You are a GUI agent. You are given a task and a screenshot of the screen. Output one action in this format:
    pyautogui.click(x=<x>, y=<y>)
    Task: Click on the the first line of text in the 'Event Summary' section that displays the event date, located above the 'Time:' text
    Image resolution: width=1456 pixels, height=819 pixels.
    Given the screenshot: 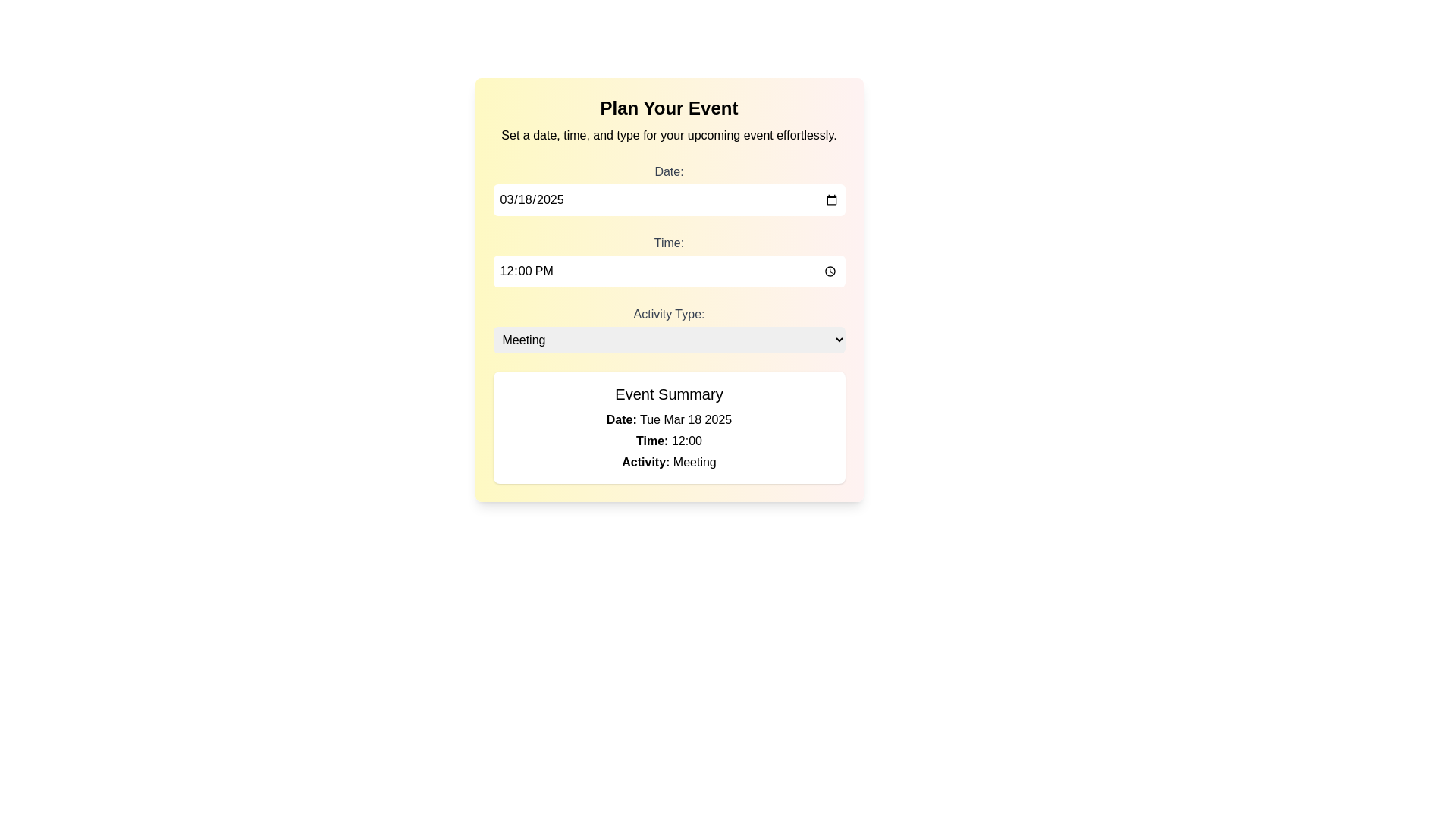 What is the action you would take?
    pyautogui.click(x=668, y=420)
    